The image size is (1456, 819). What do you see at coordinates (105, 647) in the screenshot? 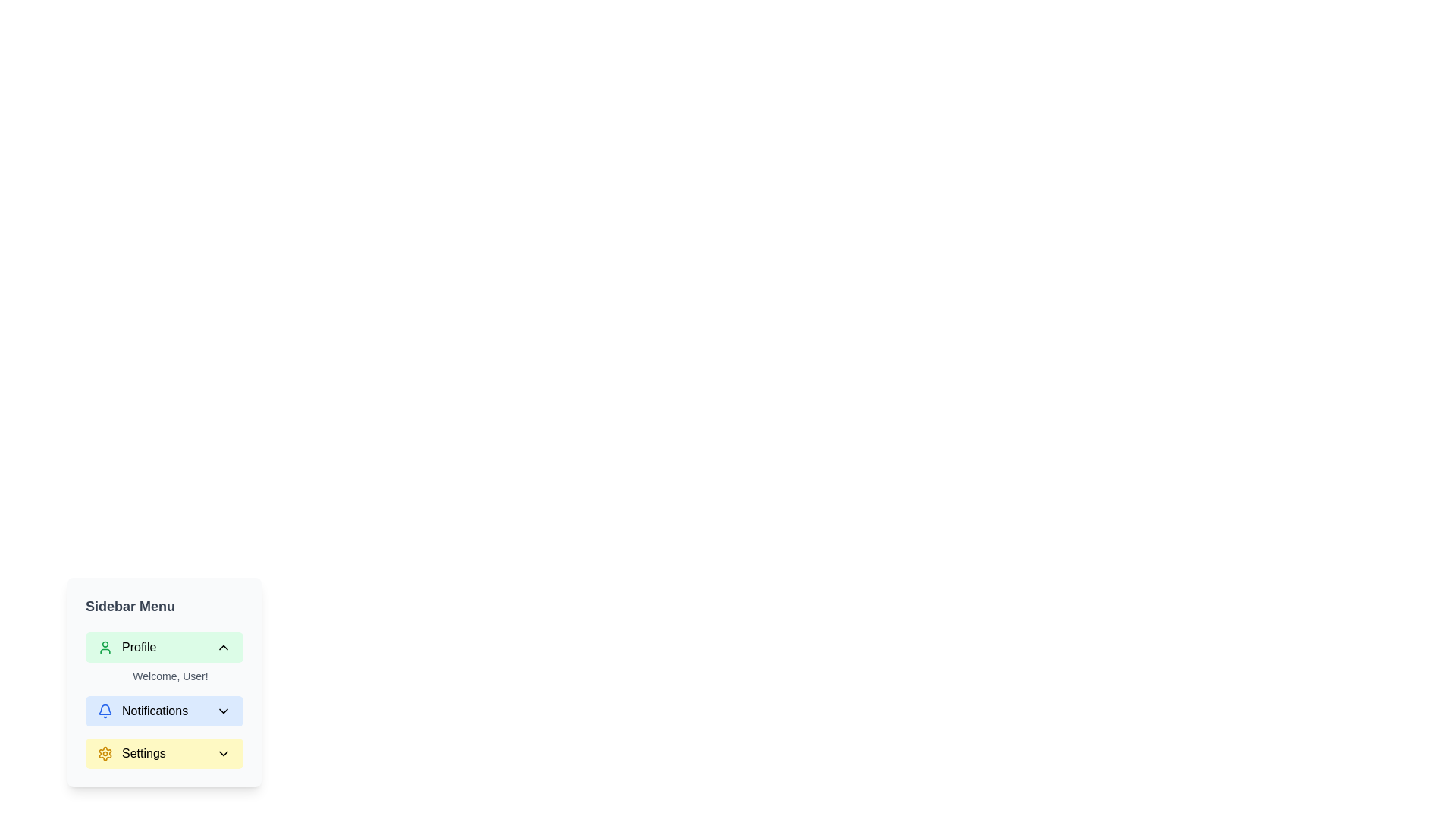
I see `the profile vector graphic icon located on the left side of the group adjacent to the 'Profile' label in the sidebar menu` at bounding box center [105, 647].